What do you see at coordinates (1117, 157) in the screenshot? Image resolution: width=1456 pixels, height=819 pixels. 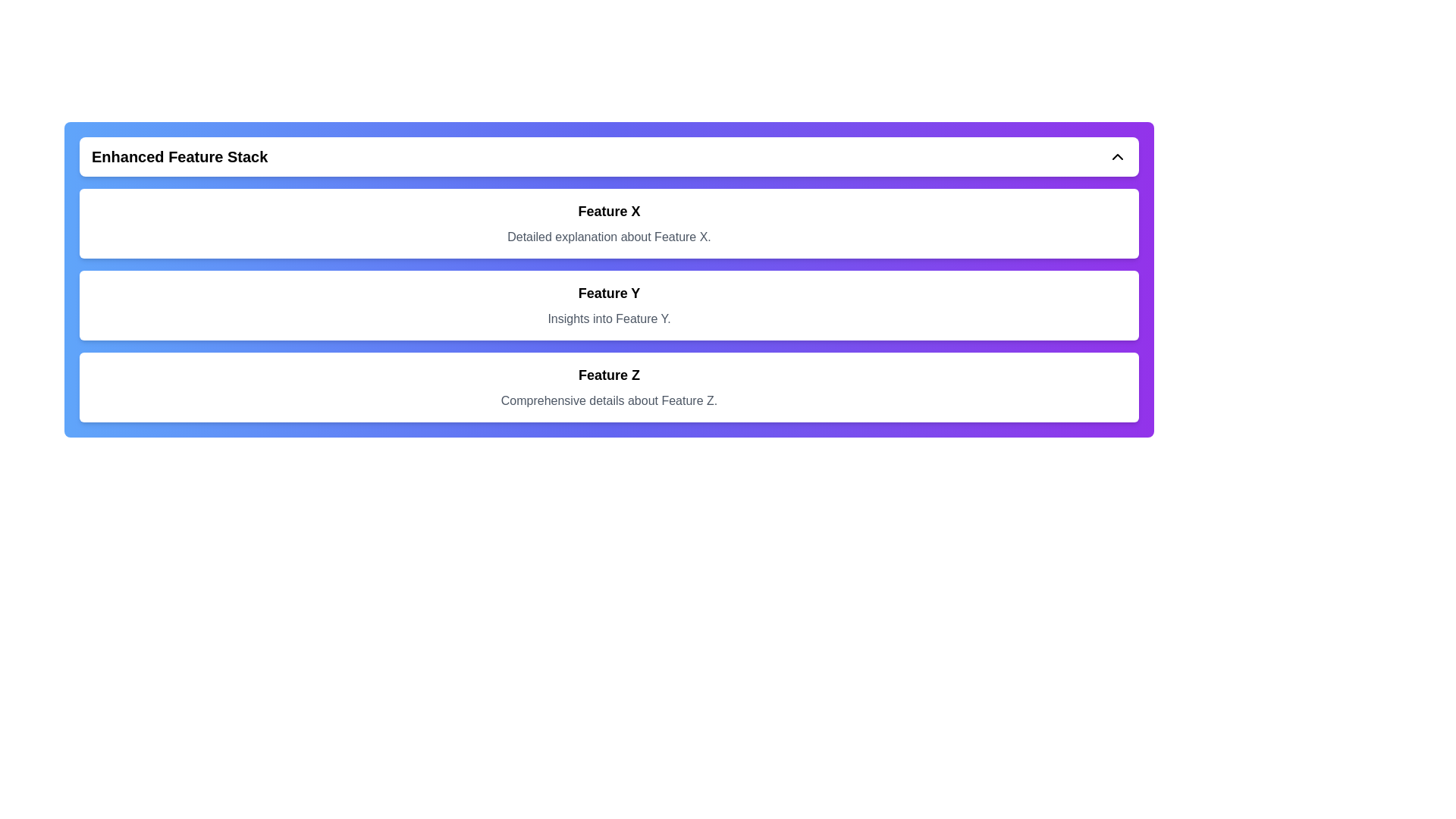 I see `the collapse icon located on the far right side of the header section, adjacent to the title text 'Enhanced Feature Stack'` at bounding box center [1117, 157].